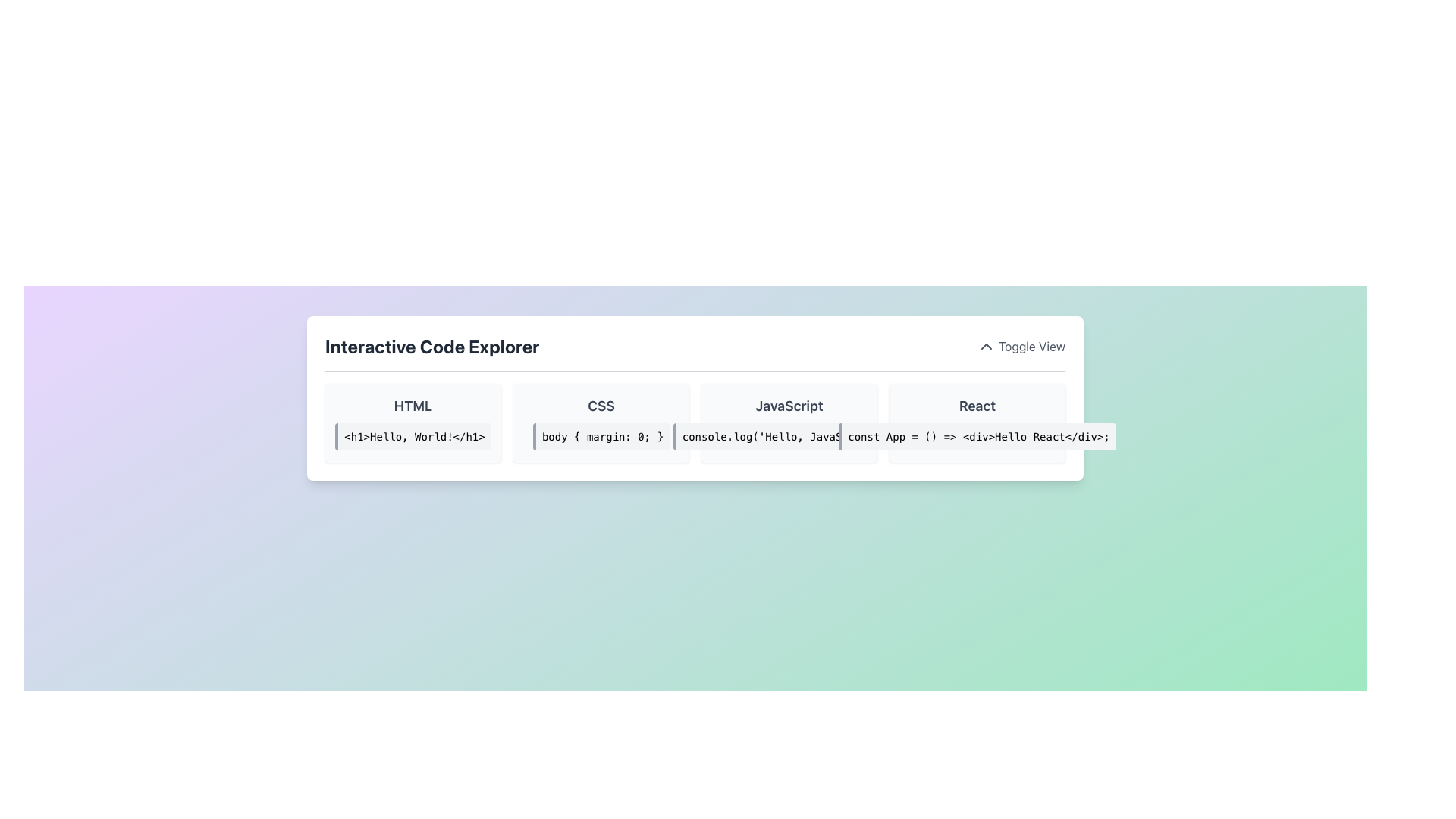 This screenshot has width=1456, height=819. I want to click on the first interactive code example card positioned in the upper-left portion of the grid layout, so click(413, 423).